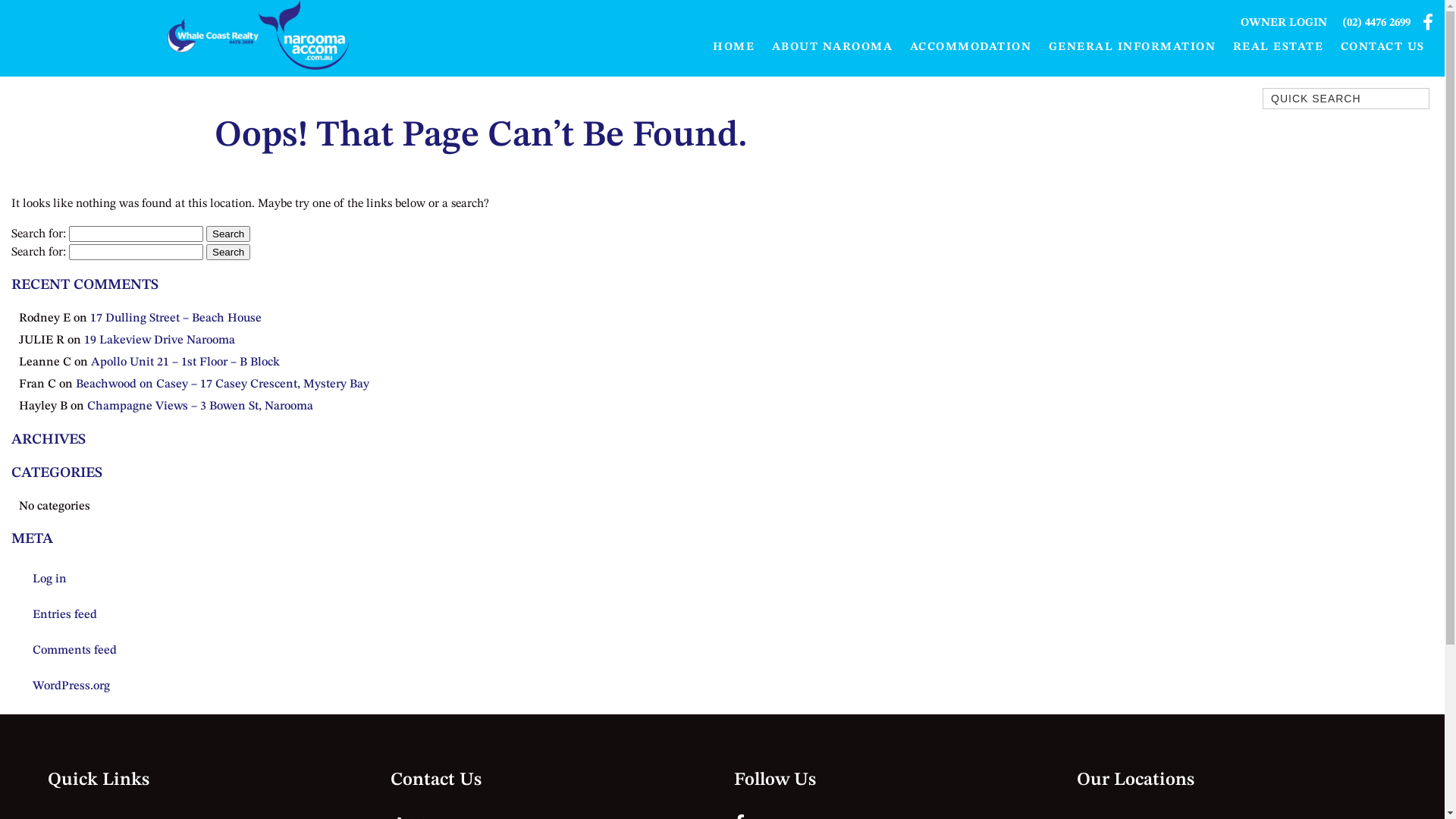  Describe the element at coordinates (1382, 46) in the screenshot. I see `'CONTACT US'` at that location.